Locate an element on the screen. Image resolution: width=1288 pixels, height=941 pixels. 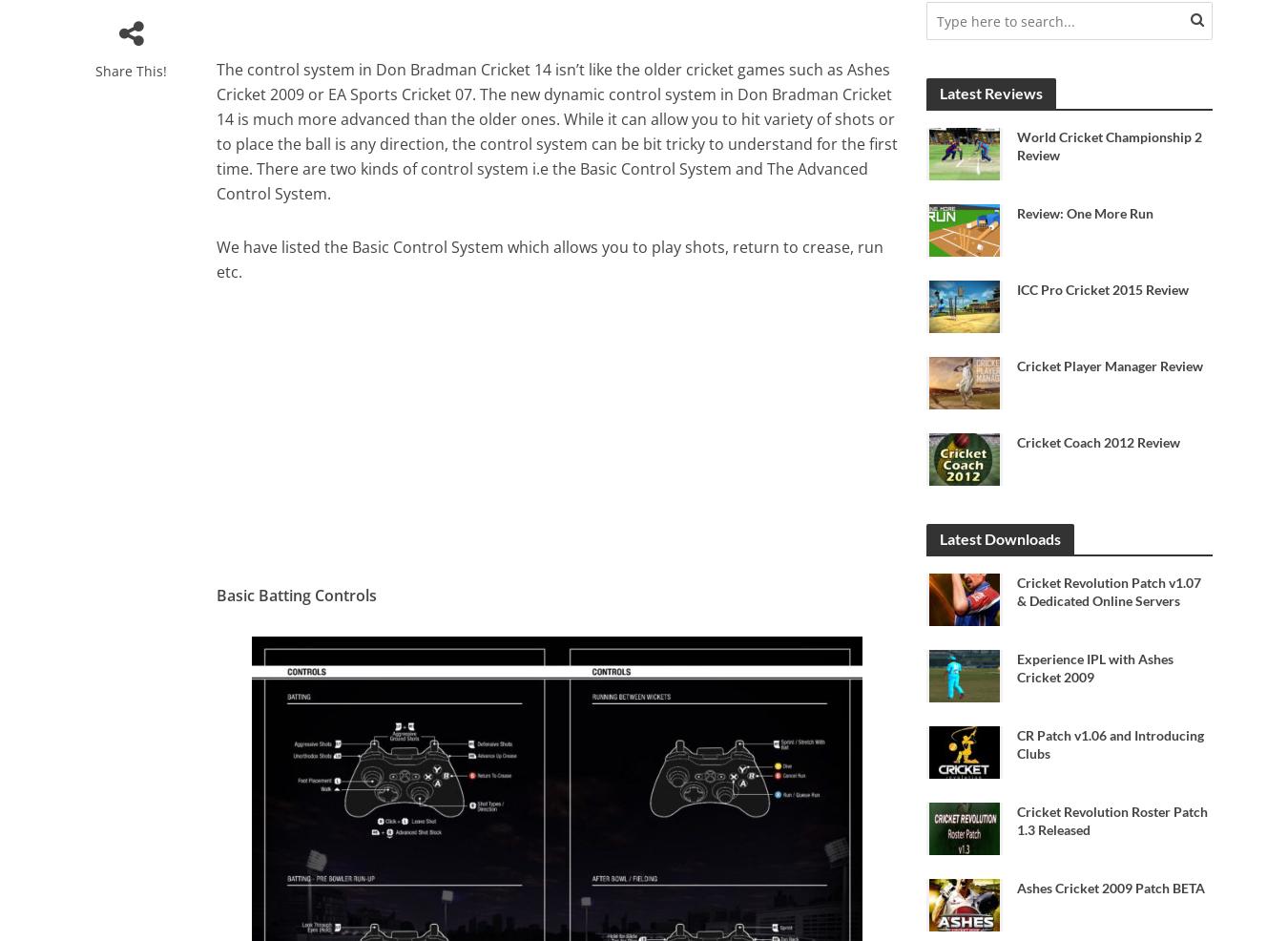
'The control system in Don Bradman Cricket 14 isn’t like the older cricket games such as Ashes Cricket 2009 or EA Sports Cricket 07. The new dynamic control system in Don Bradman Cricket 14 is much more advanced than the older ones. While it can allow you to hit variety of shots or to place the ball is any direction, the control system can be bit tricky to understand for the first time. There are two kinds of control system i.e the Basic Control System and The Advanced Control System.' is located at coordinates (215, 132).